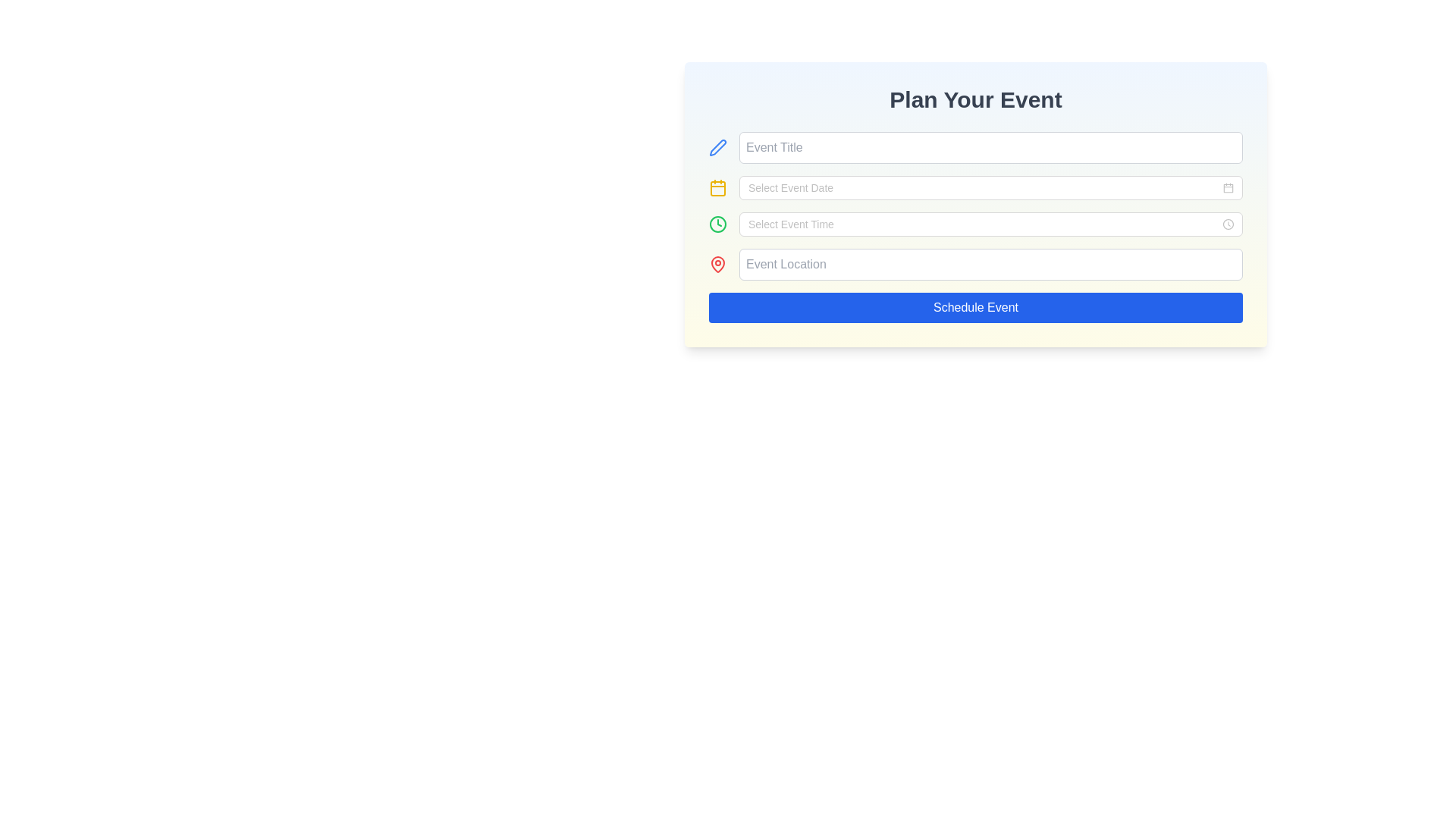 This screenshot has width=1456, height=819. Describe the element at coordinates (717, 224) in the screenshot. I see `the icon that indicates the purpose of the adjacent 'Select Event Time' input field, which is located on the left side of the input field` at that location.